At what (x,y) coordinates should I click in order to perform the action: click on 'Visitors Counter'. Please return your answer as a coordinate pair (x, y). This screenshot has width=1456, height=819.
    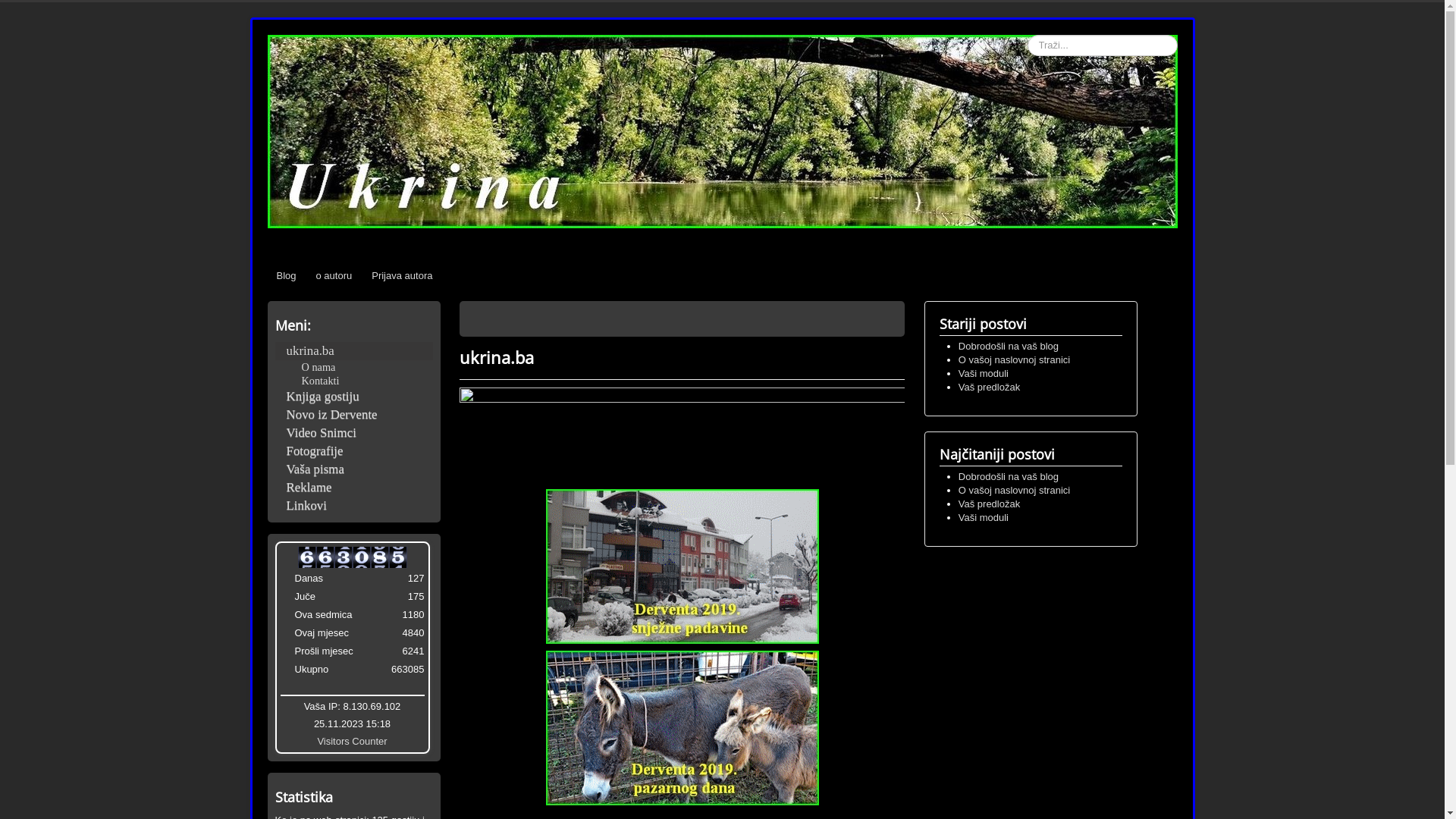
    Looking at the image, I should click on (315, 740).